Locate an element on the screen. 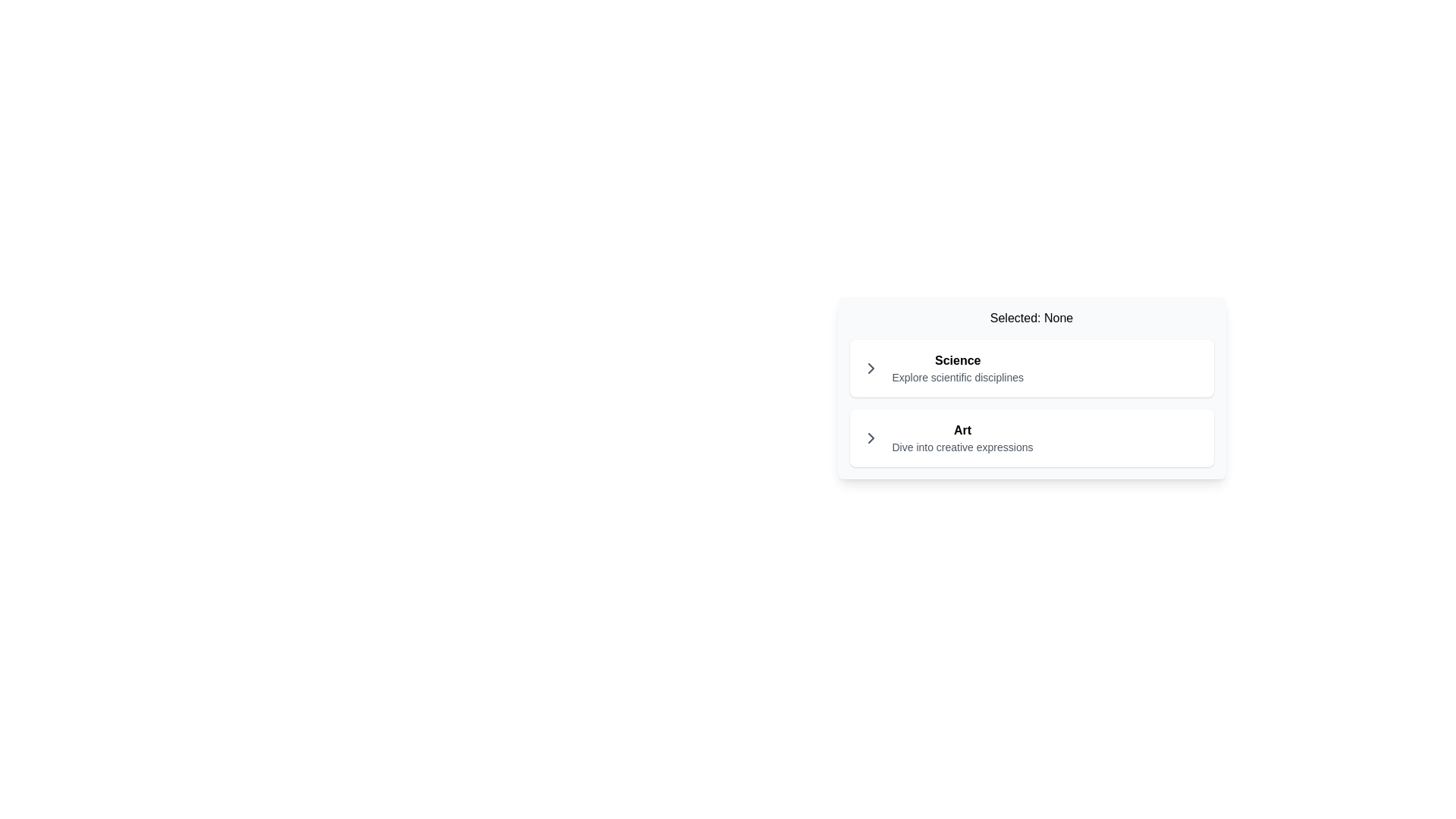 The width and height of the screenshot is (1456, 819). the selectable list item for the 'Art' category, which is the second item in a vertically stacked list under the heading 'Selected: None' is located at coordinates (962, 438).